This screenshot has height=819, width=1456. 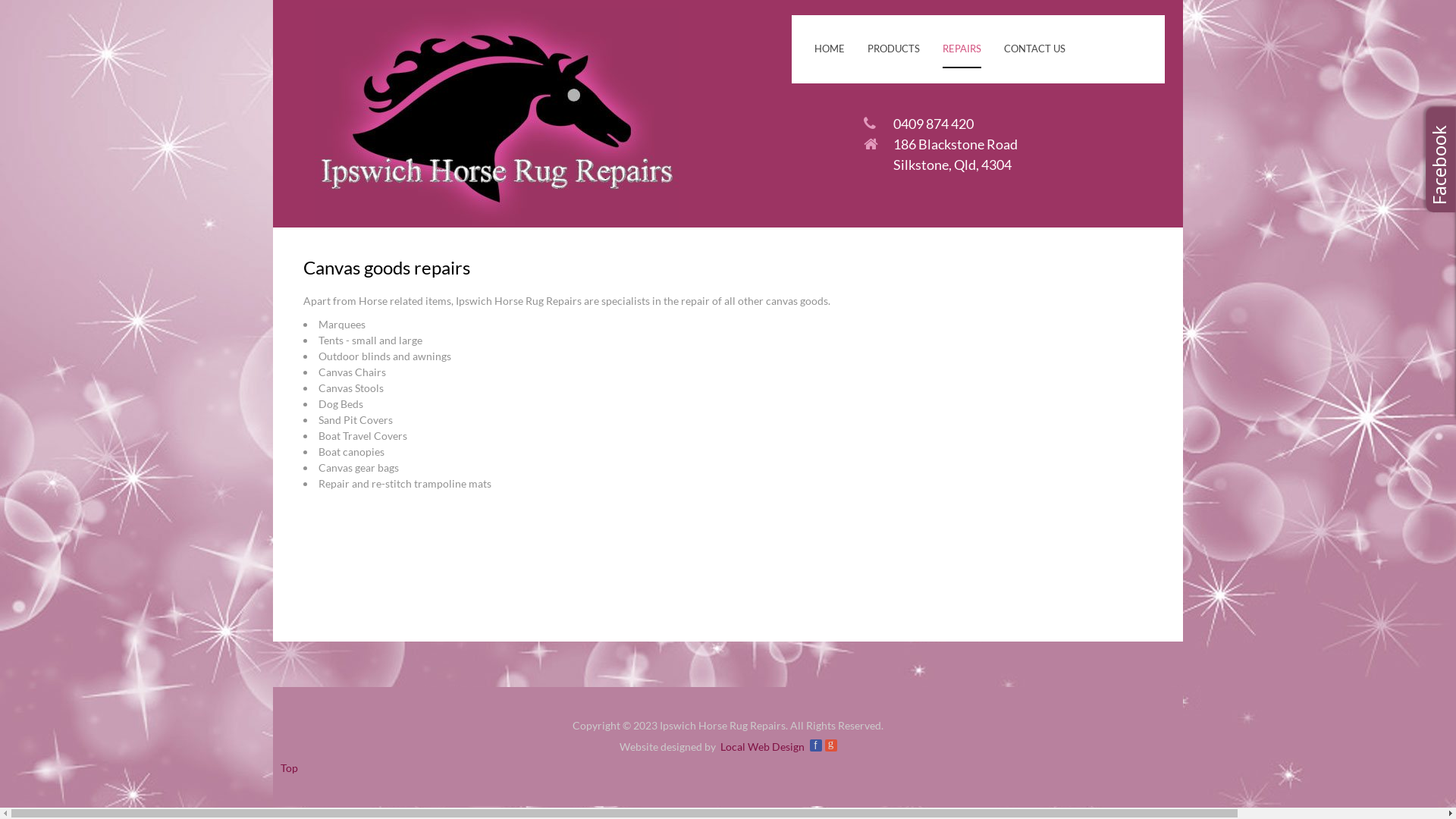 What do you see at coordinates (814, 745) in the screenshot?
I see `'f'` at bounding box center [814, 745].